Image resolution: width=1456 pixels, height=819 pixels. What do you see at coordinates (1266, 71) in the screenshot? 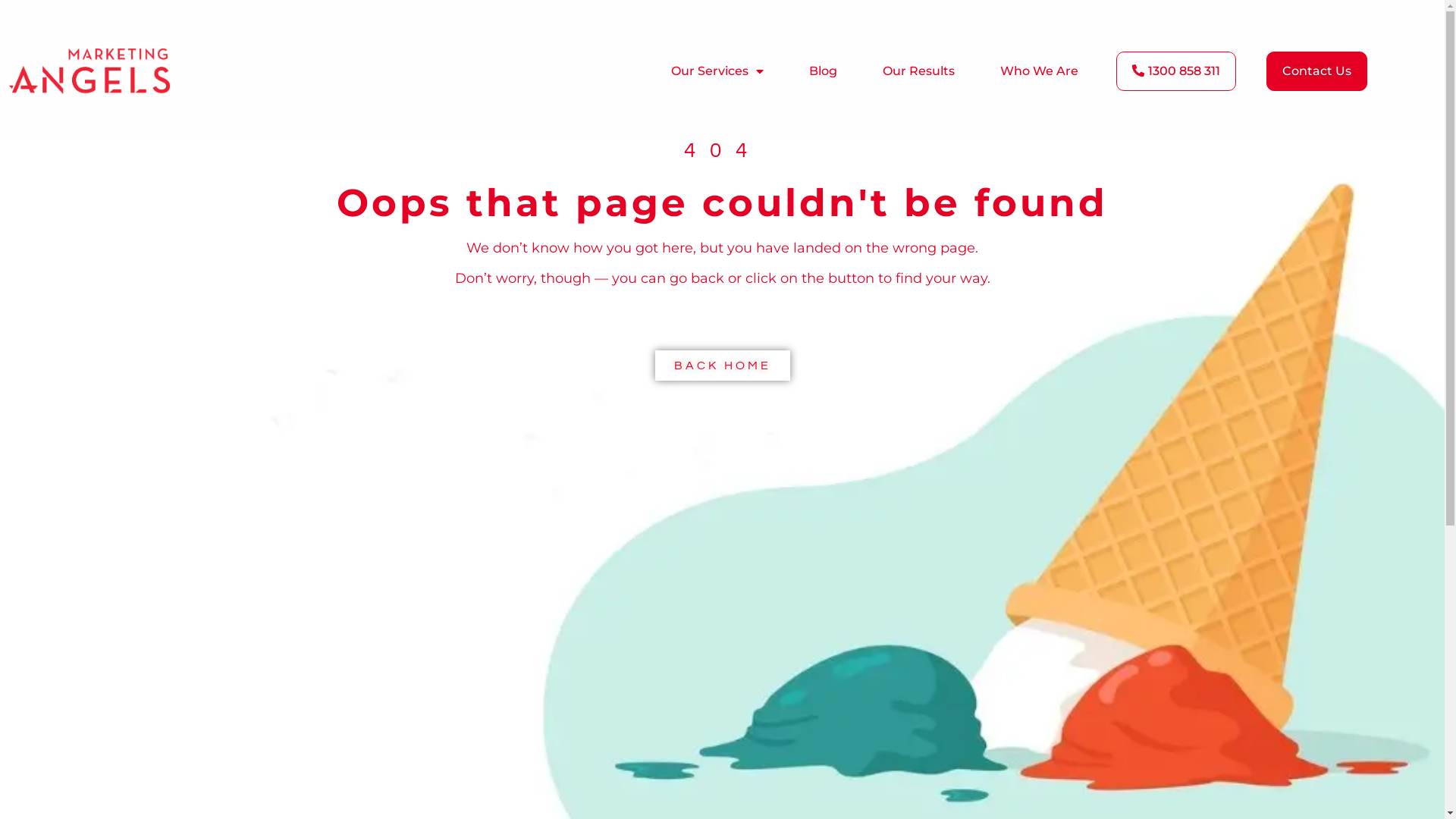
I see `'Contact Us'` at bounding box center [1266, 71].